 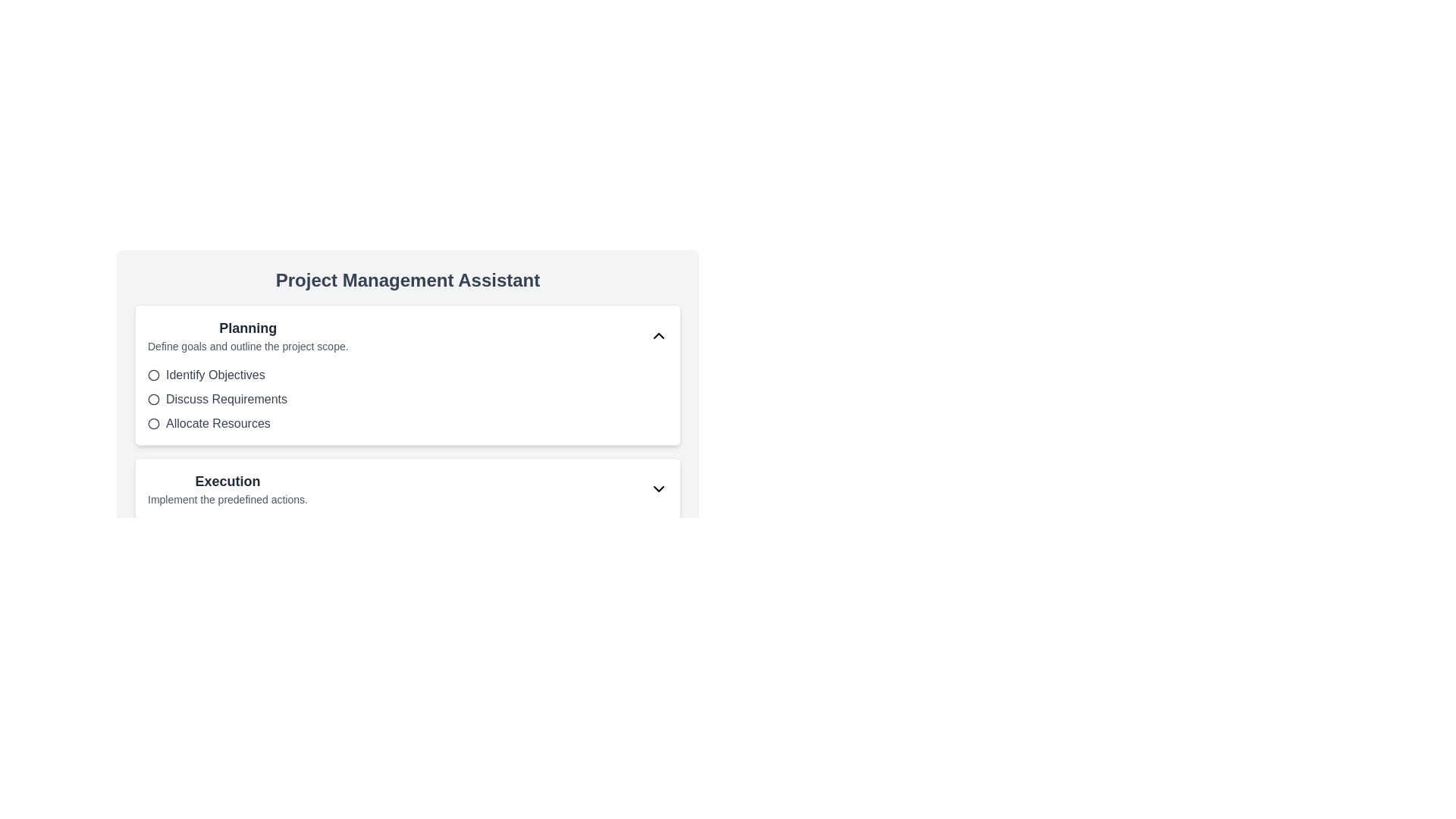 I want to click on the Text label located in the 'Execution' subsection, which provides context or guidance related to the execution actions, so click(x=227, y=500).